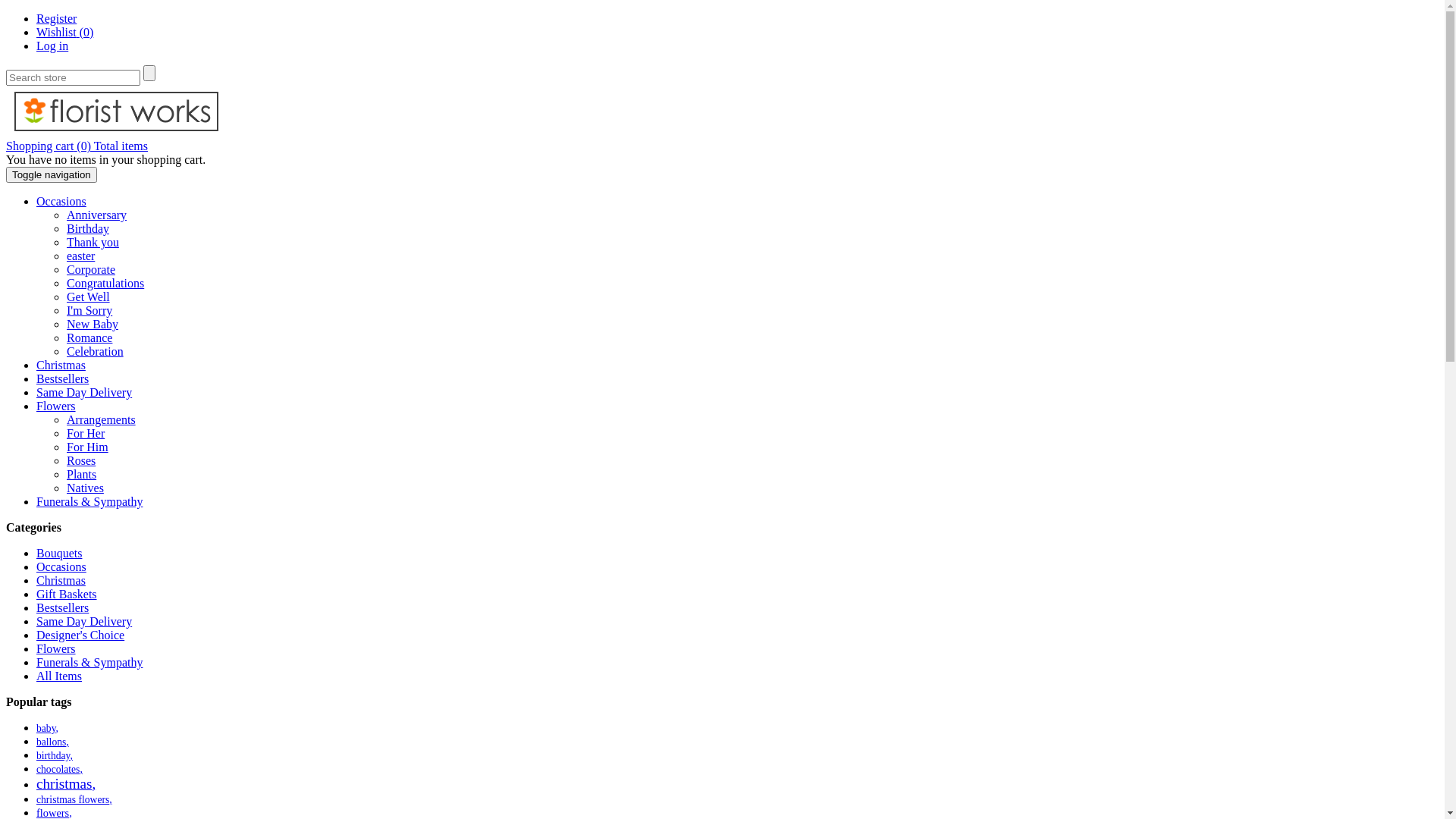 Image resolution: width=1456 pixels, height=819 pixels. Describe the element at coordinates (36, 32) in the screenshot. I see `'Wishlist (0)'` at that location.